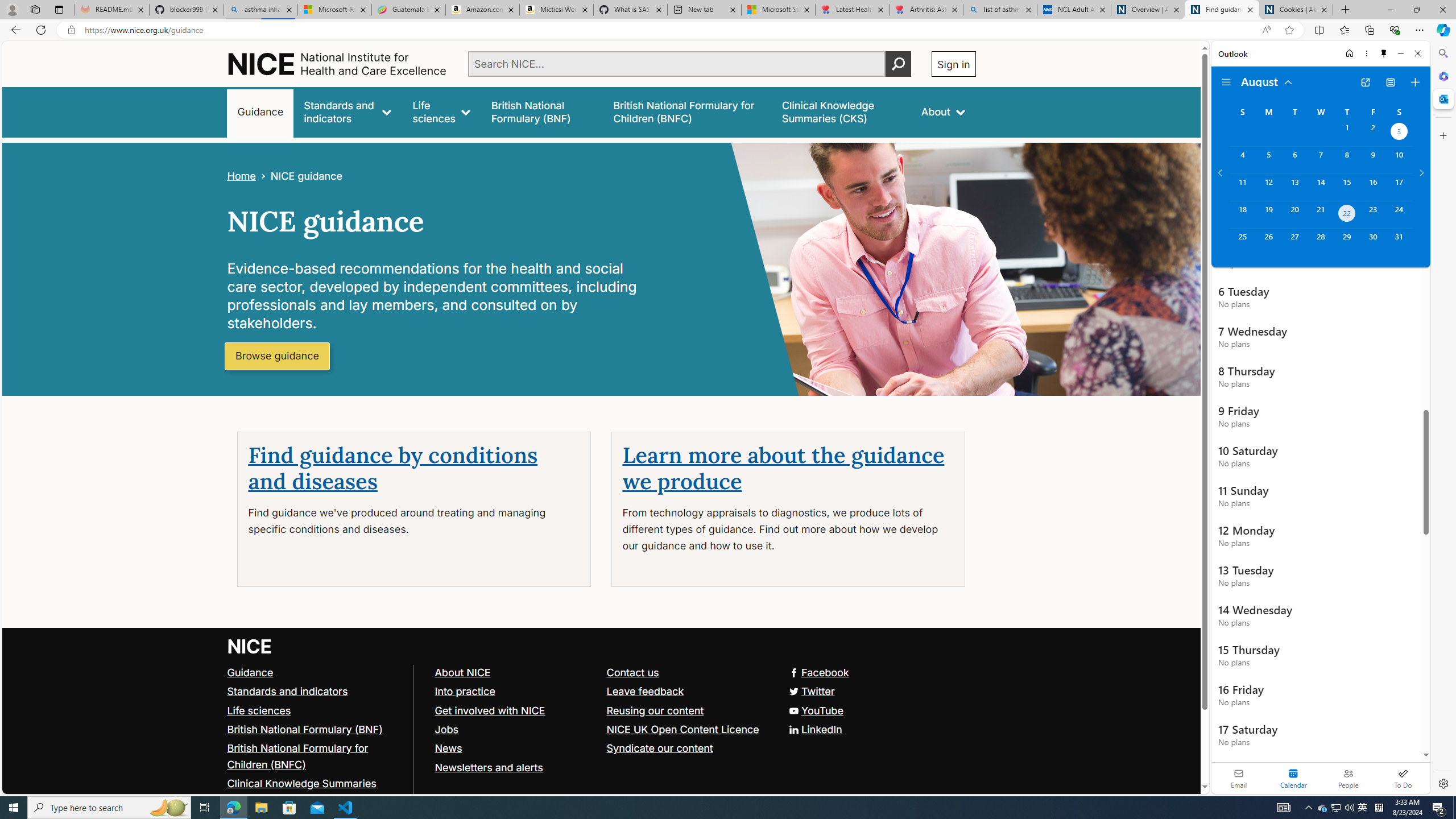 This screenshot has height=819, width=1456. Describe the element at coordinates (814, 710) in the screenshot. I see `'YouTube'` at that location.